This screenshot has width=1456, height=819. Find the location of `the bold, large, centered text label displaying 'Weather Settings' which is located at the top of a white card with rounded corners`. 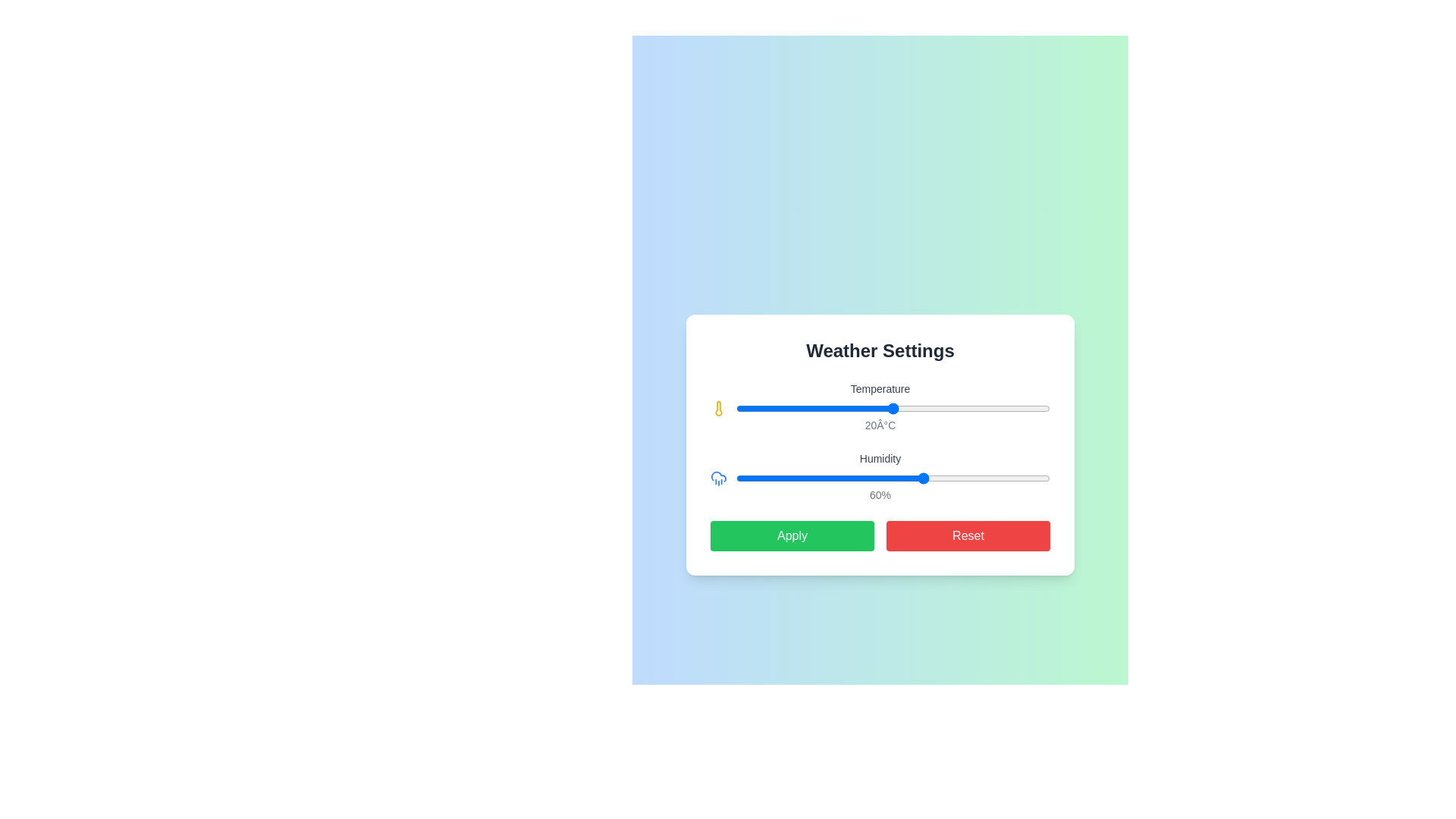

the bold, large, centered text label displaying 'Weather Settings' which is located at the top of a white card with rounded corners is located at coordinates (880, 350).